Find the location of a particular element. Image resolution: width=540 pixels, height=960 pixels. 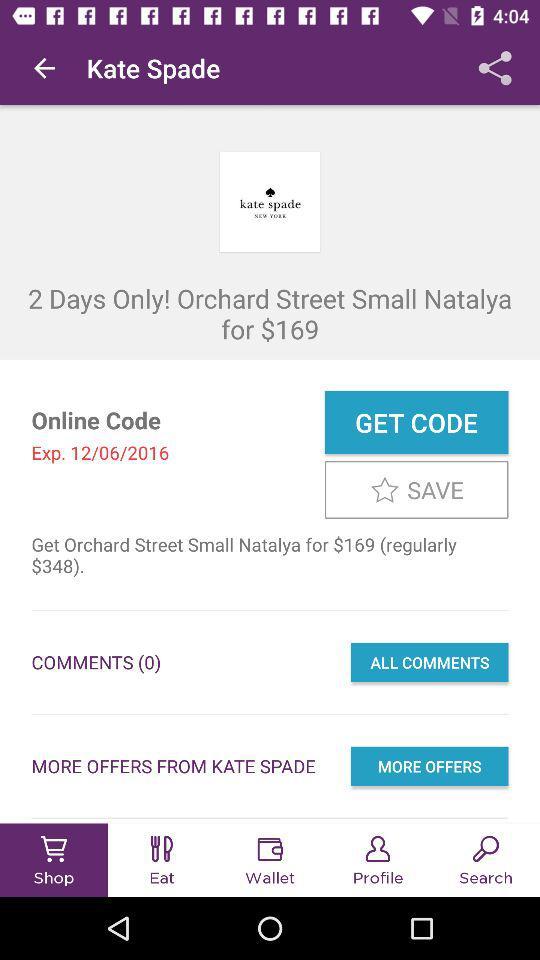

item above 2 days only icon is located at coordinates (44, 68).